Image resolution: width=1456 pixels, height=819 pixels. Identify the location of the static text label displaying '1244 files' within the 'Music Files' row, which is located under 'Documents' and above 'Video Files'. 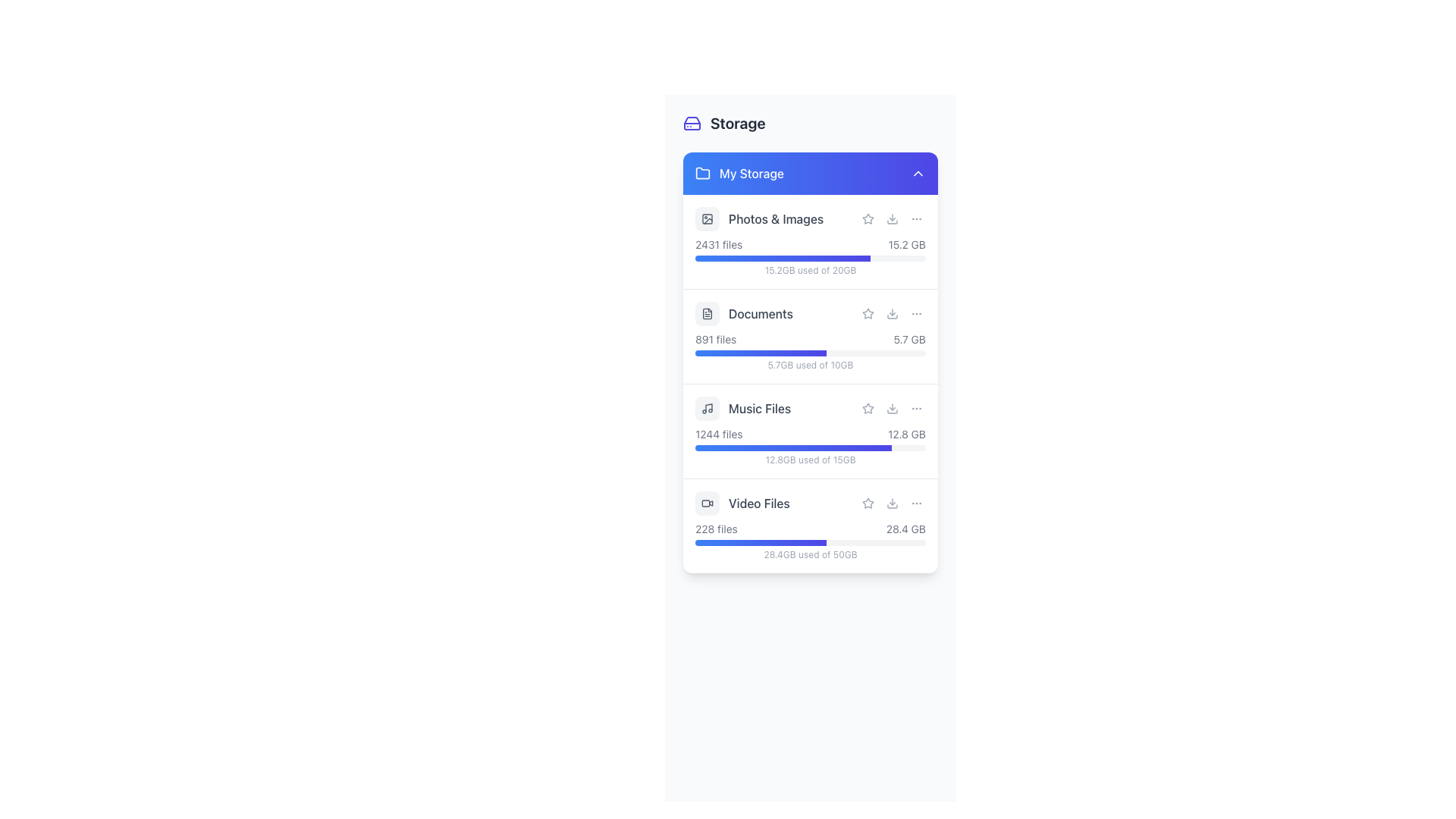
(718, 435).